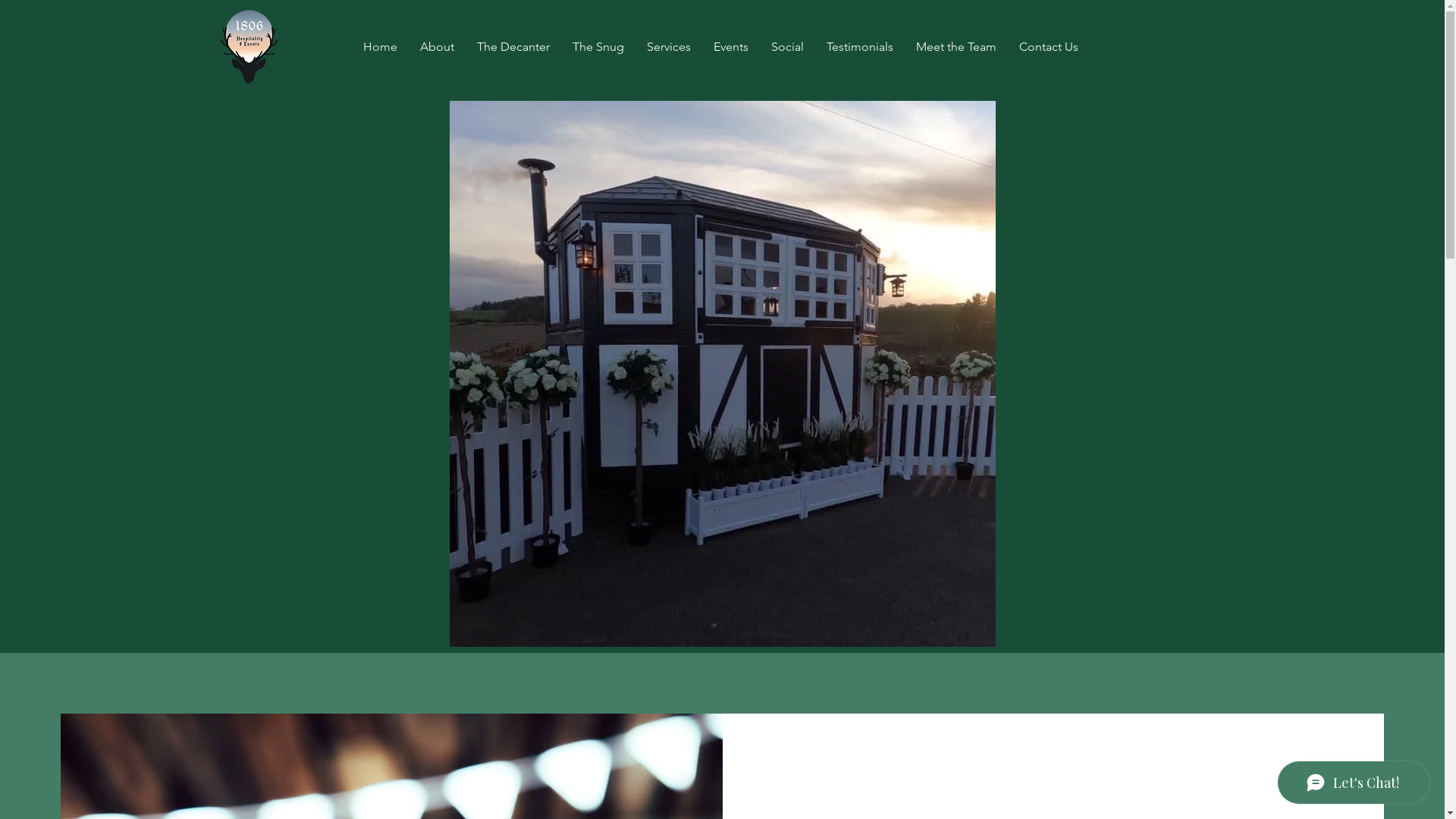 Image resolution: width=1456 pixels, height=819 pixels. I want to click on 'Events', so click(701, 45).